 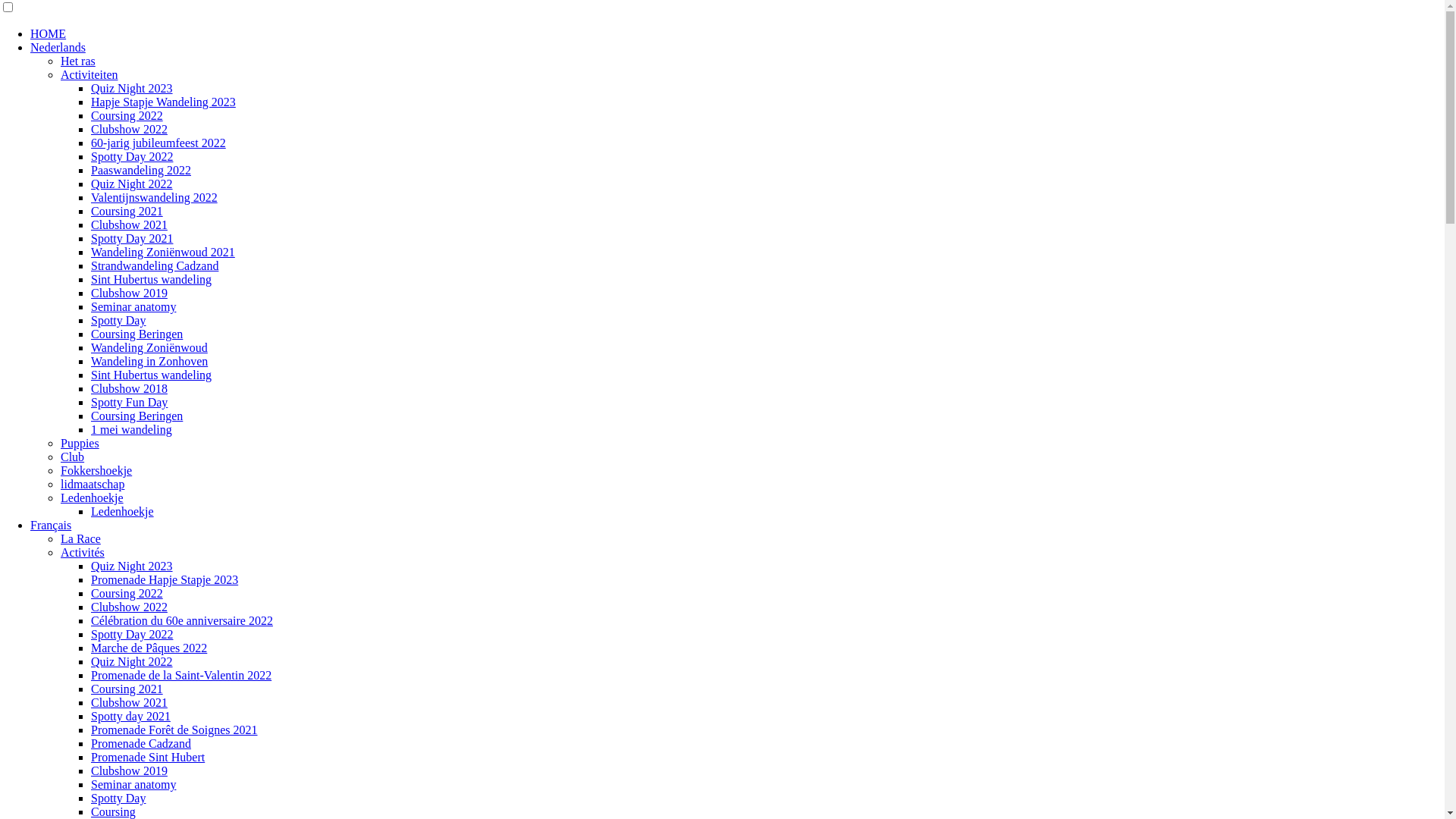 What do you see at coordinates (77, 60) in the screenshot?
I see `'Het ras'` at bounding box center [77, 60].